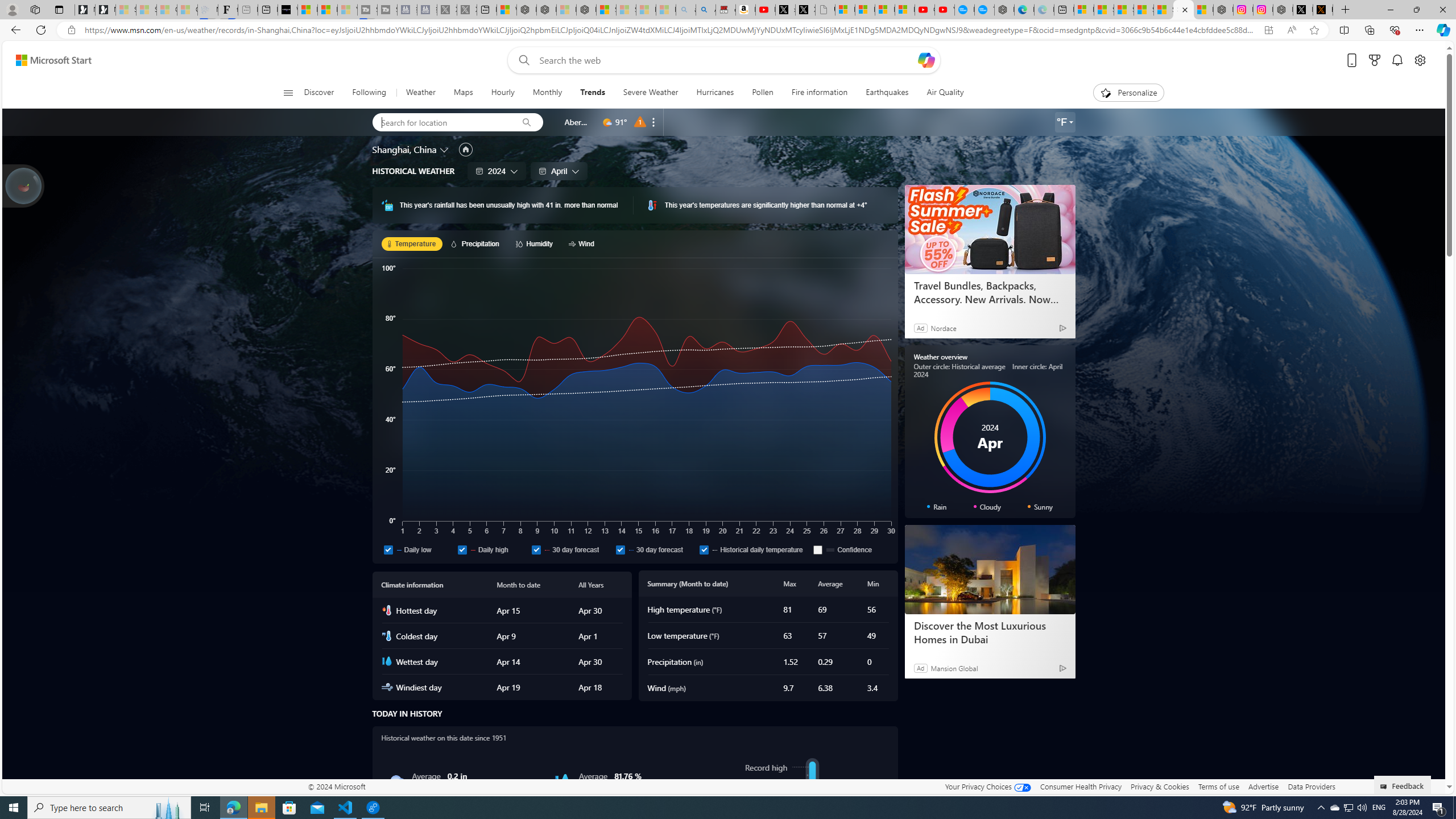  Describe the element at coordinates (411, 243) in the screenshot. I see `'Temperature'` at that location.